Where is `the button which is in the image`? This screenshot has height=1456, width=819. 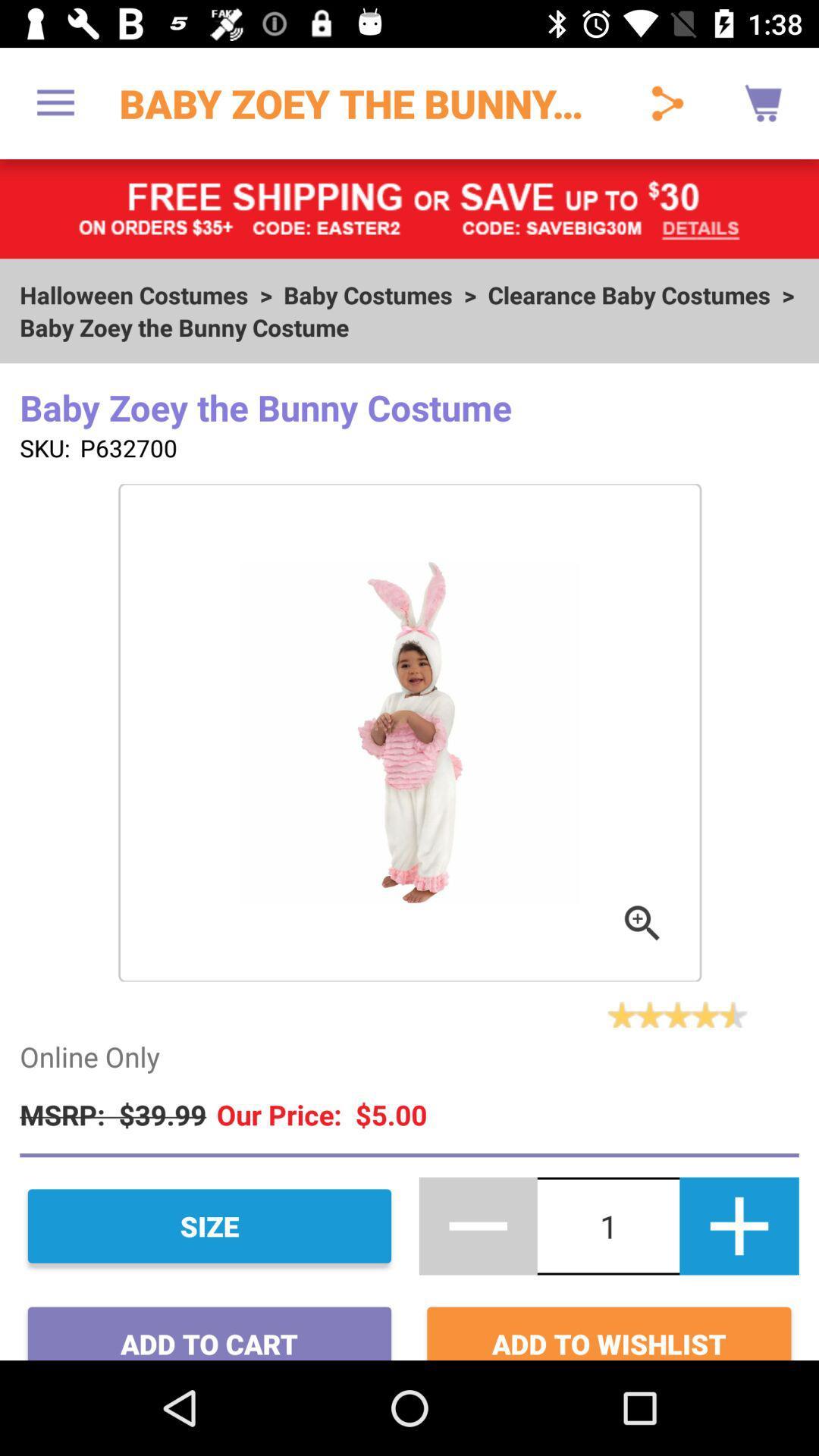 the button which is in the image is located at coordinates (642, 923).